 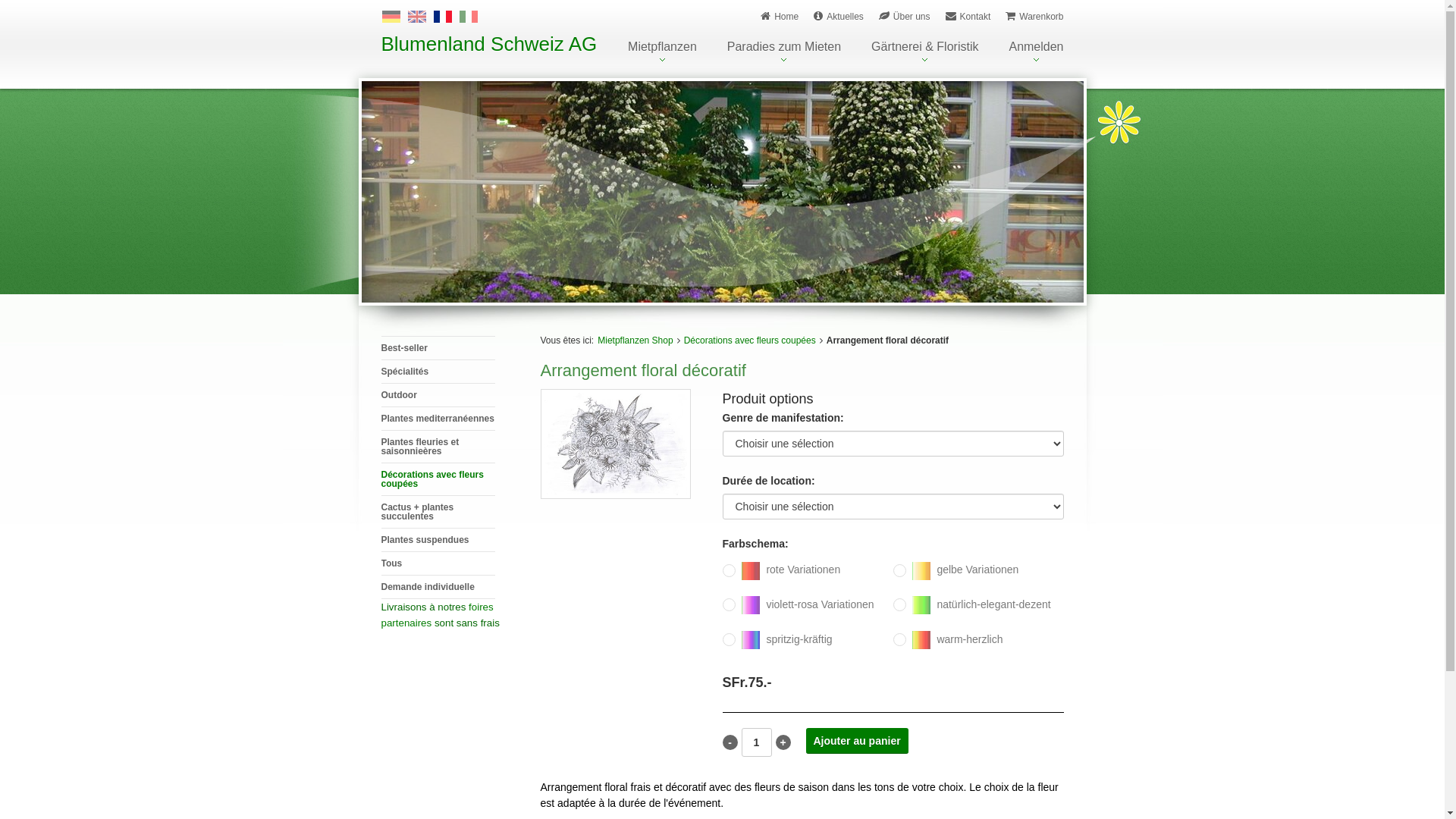 I want to click on 'Best-seller', so click(x=436, y=347).